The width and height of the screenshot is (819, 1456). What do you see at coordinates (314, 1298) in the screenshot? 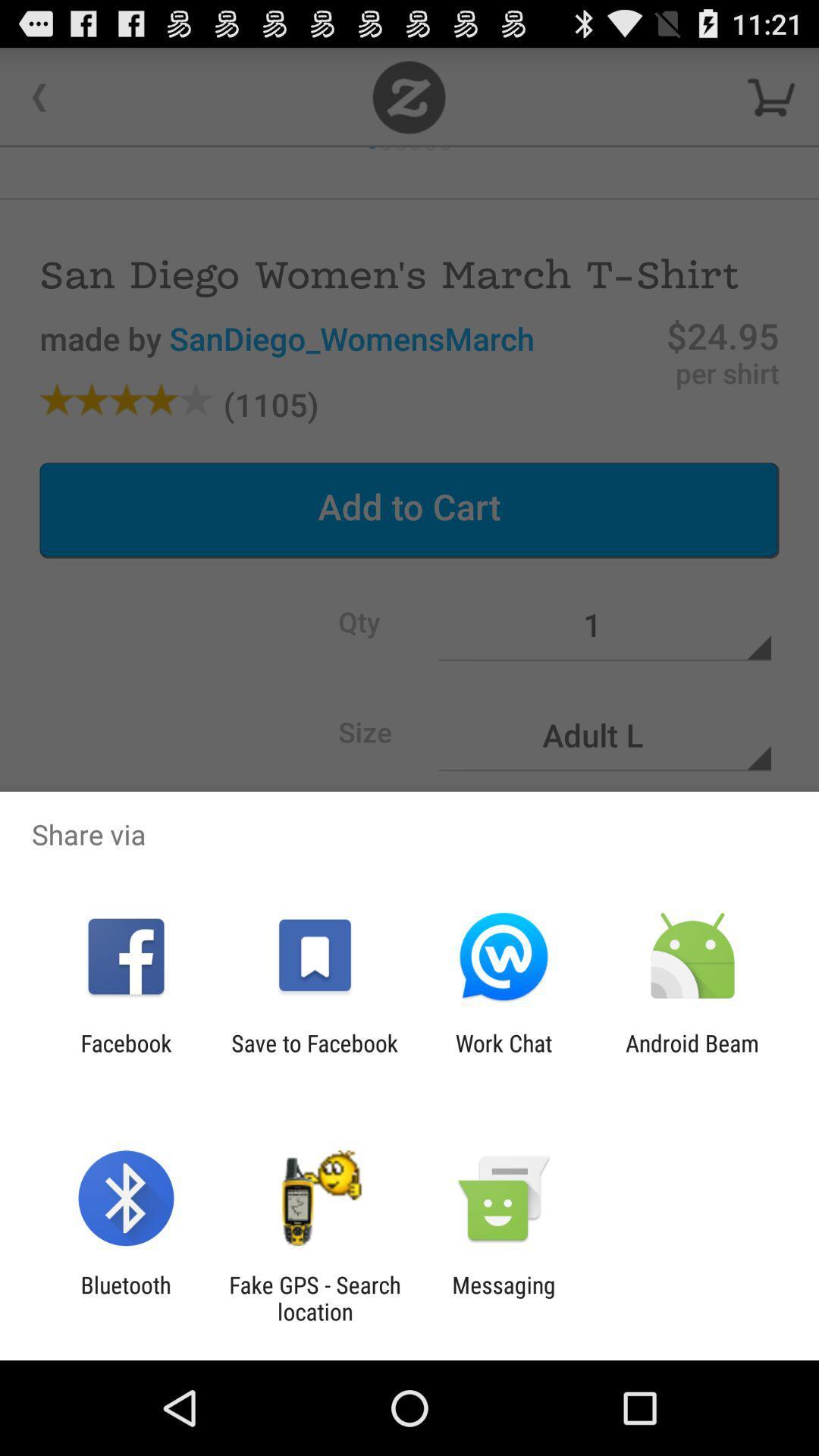
I see `the fake gps search icon` at bounding box center [314, 1298].